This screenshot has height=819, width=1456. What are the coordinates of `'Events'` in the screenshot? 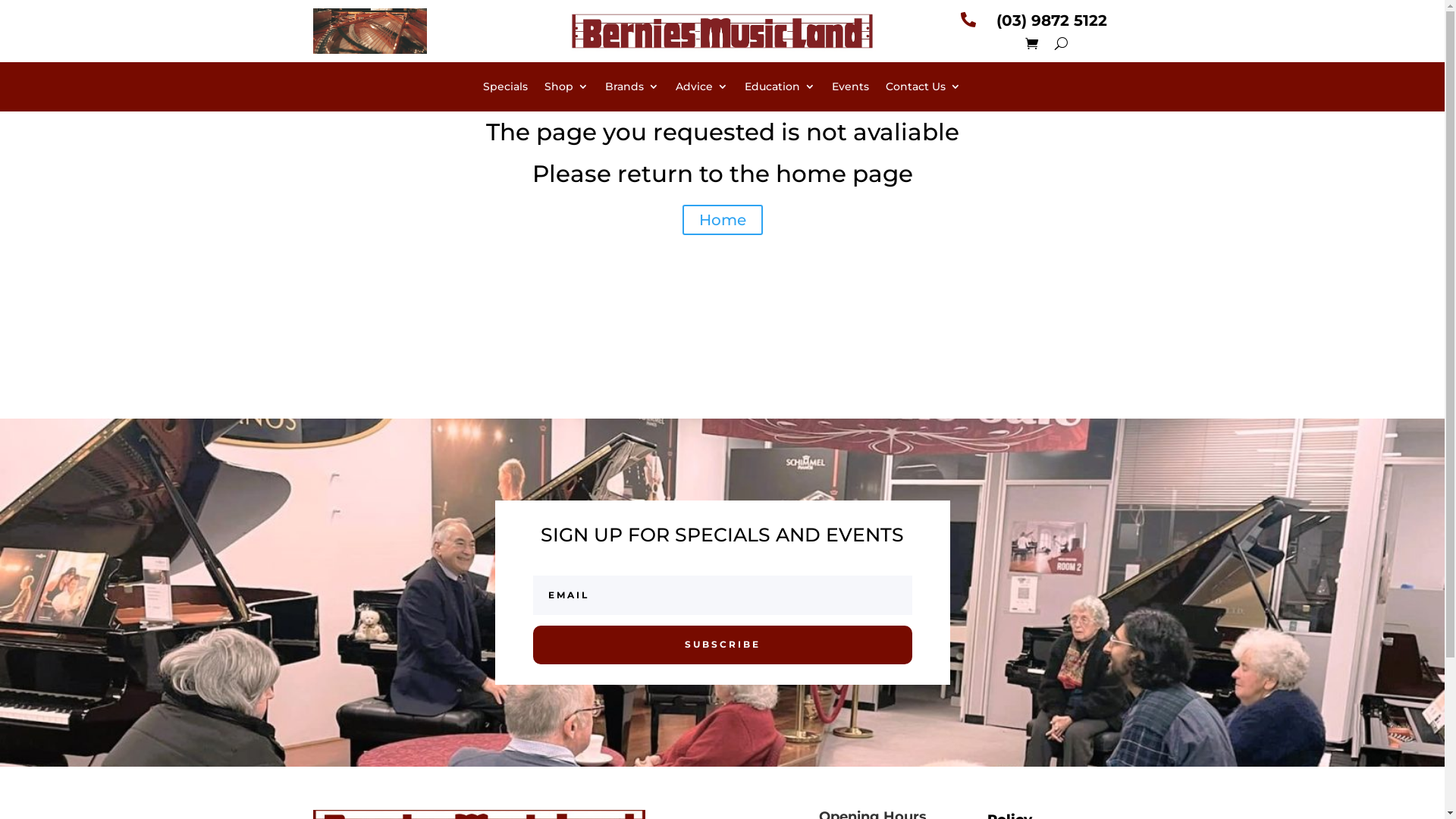 It's located at (850, 89).